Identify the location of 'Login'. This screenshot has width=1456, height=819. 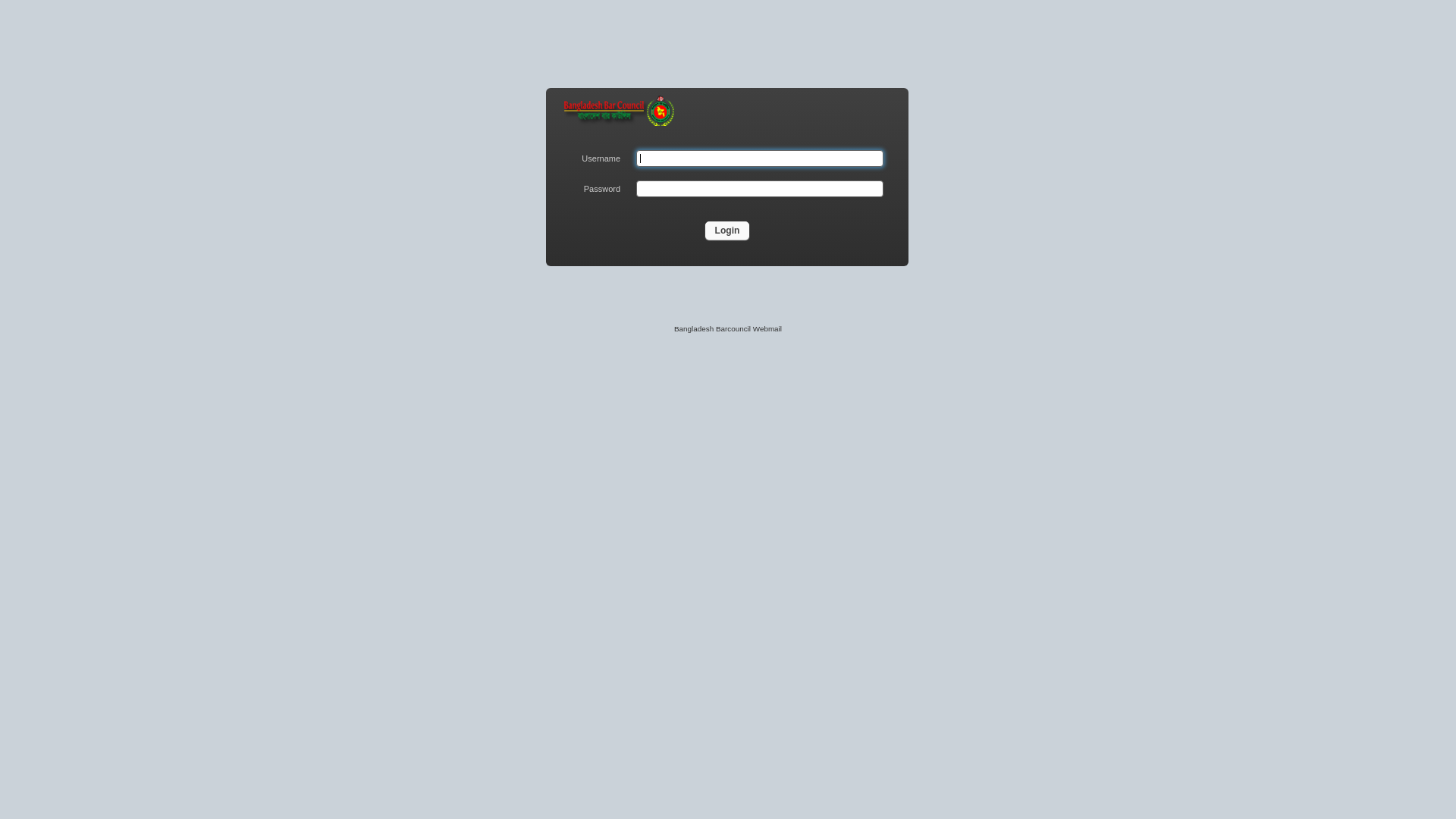
(704, 231).